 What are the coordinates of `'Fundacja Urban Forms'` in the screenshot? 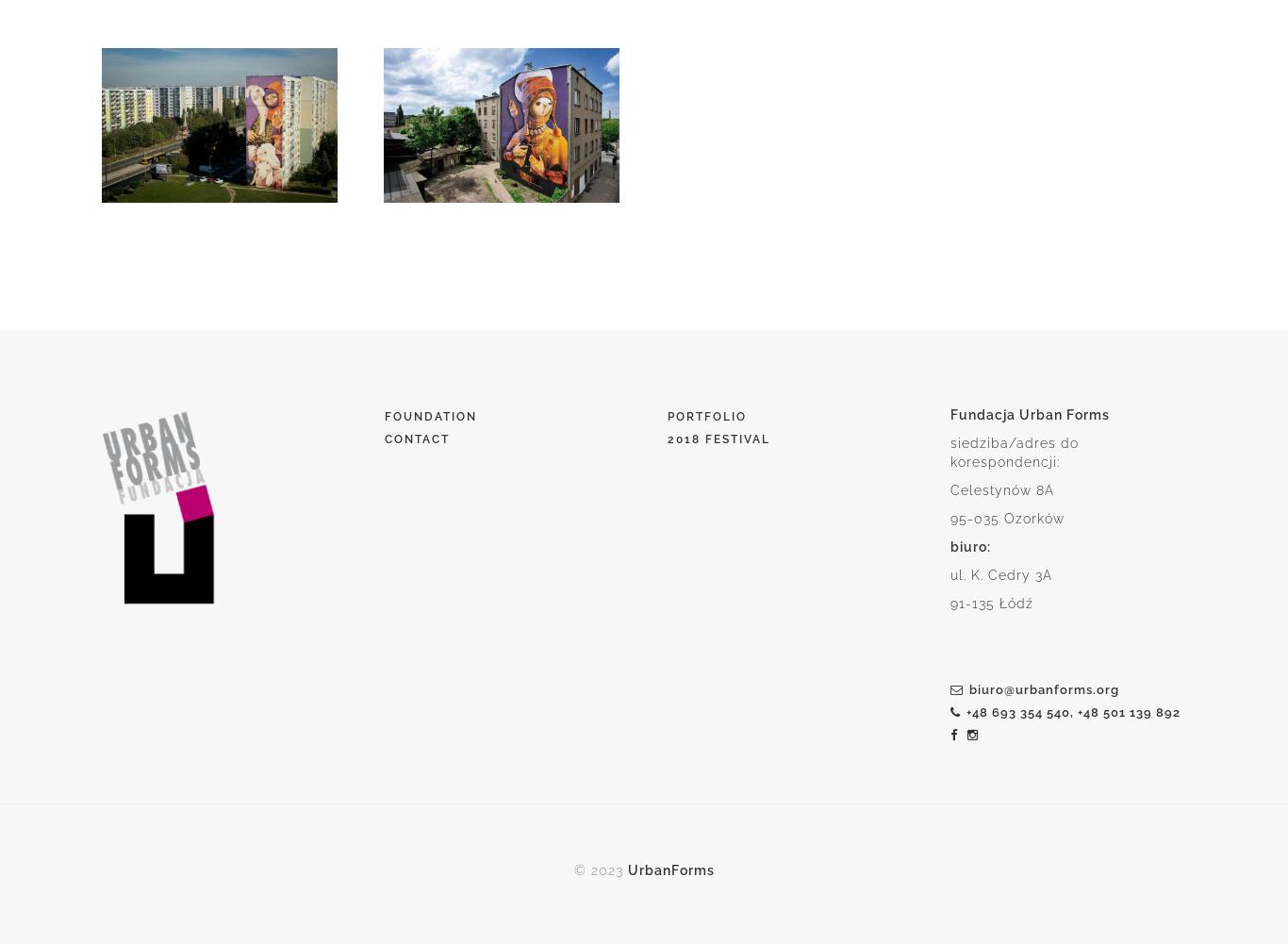 It's located at (1029, 415).